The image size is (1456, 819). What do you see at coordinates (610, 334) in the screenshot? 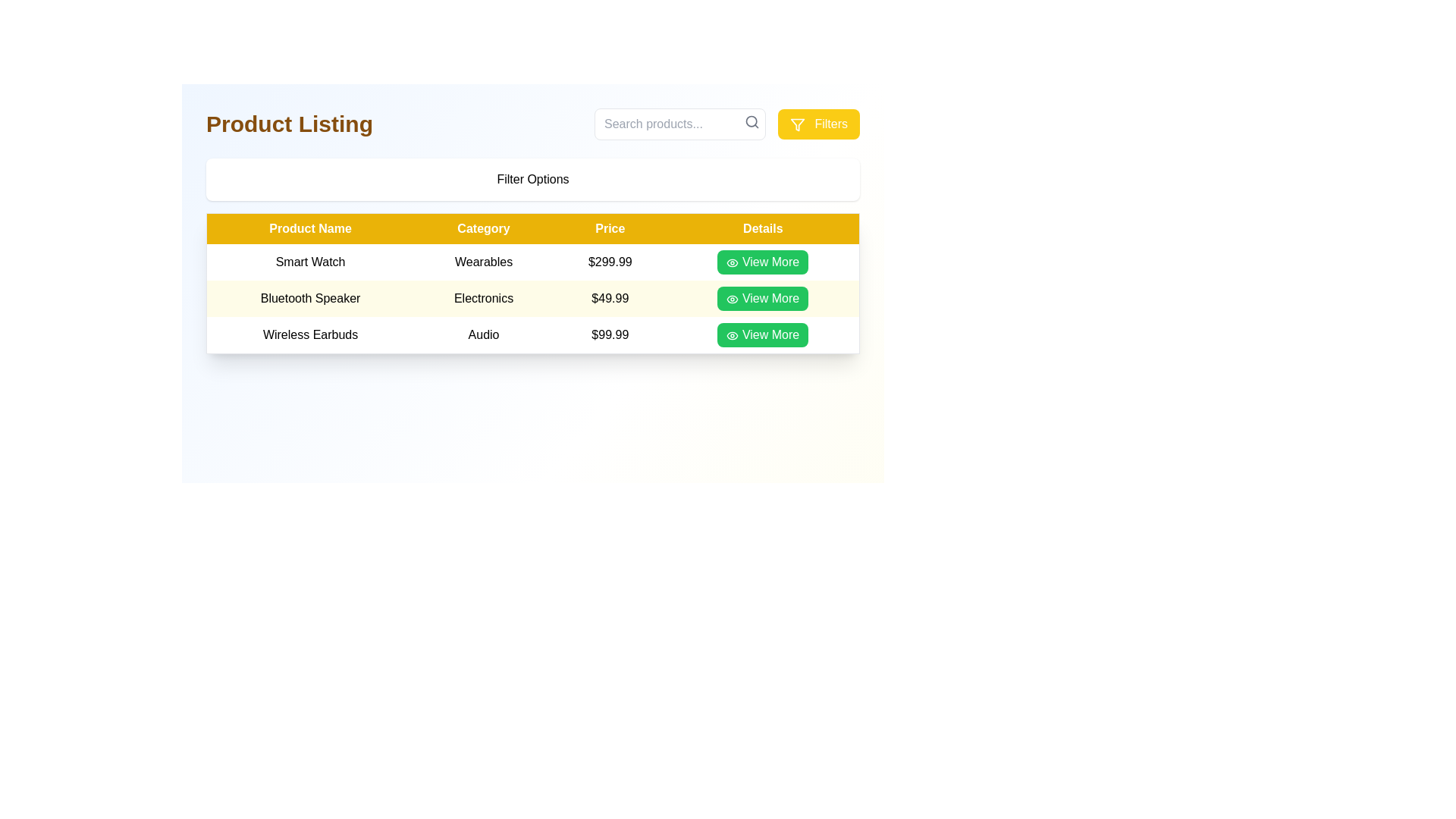
I see `the text label displaying the price value '$99.99' in black font, located in the third row of the table under the 'Price' column for the 'Wireless Earbuds' product` at bounding box center [610, 334].